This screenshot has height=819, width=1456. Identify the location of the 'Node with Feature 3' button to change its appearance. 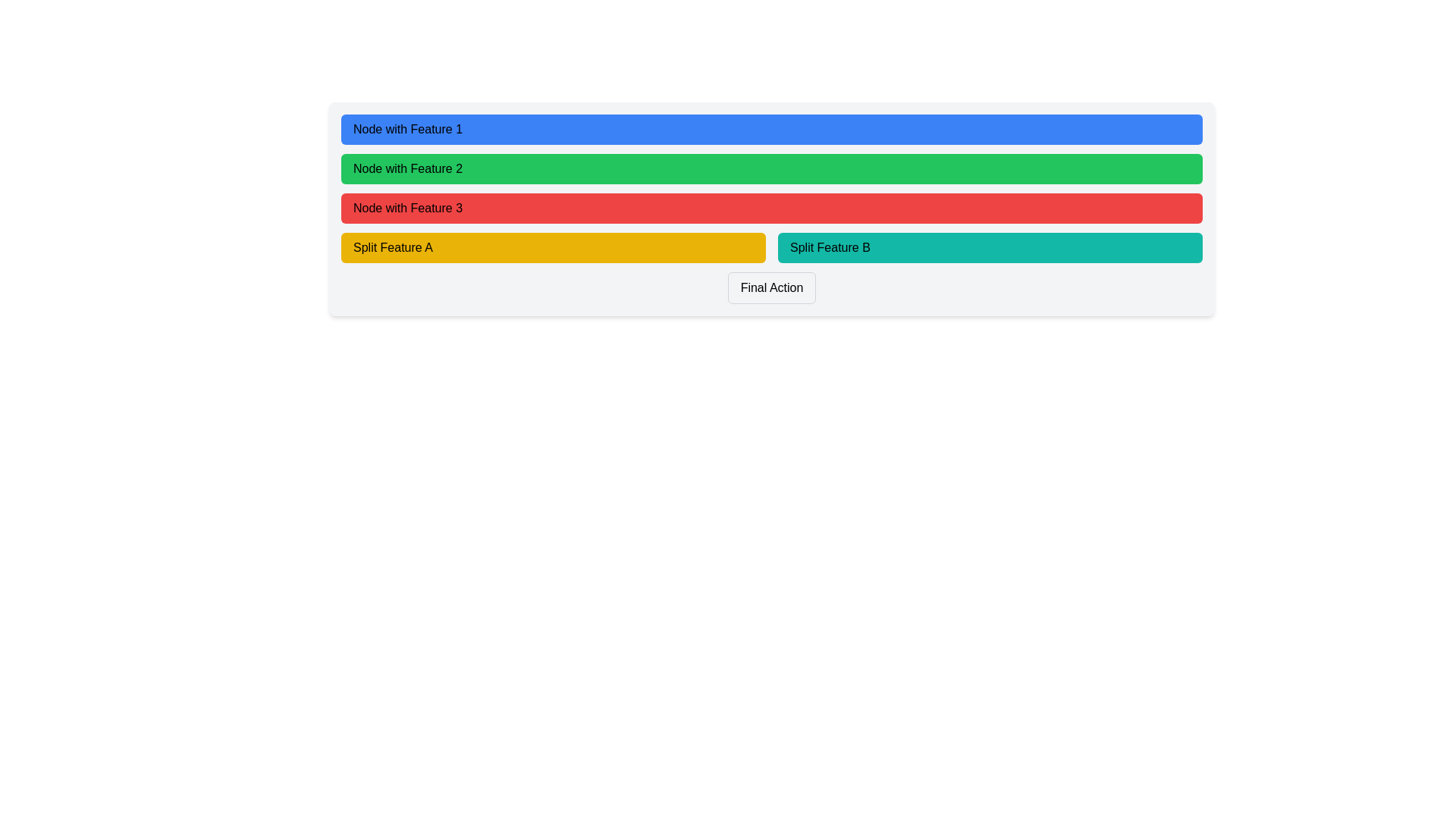
(771, 208).